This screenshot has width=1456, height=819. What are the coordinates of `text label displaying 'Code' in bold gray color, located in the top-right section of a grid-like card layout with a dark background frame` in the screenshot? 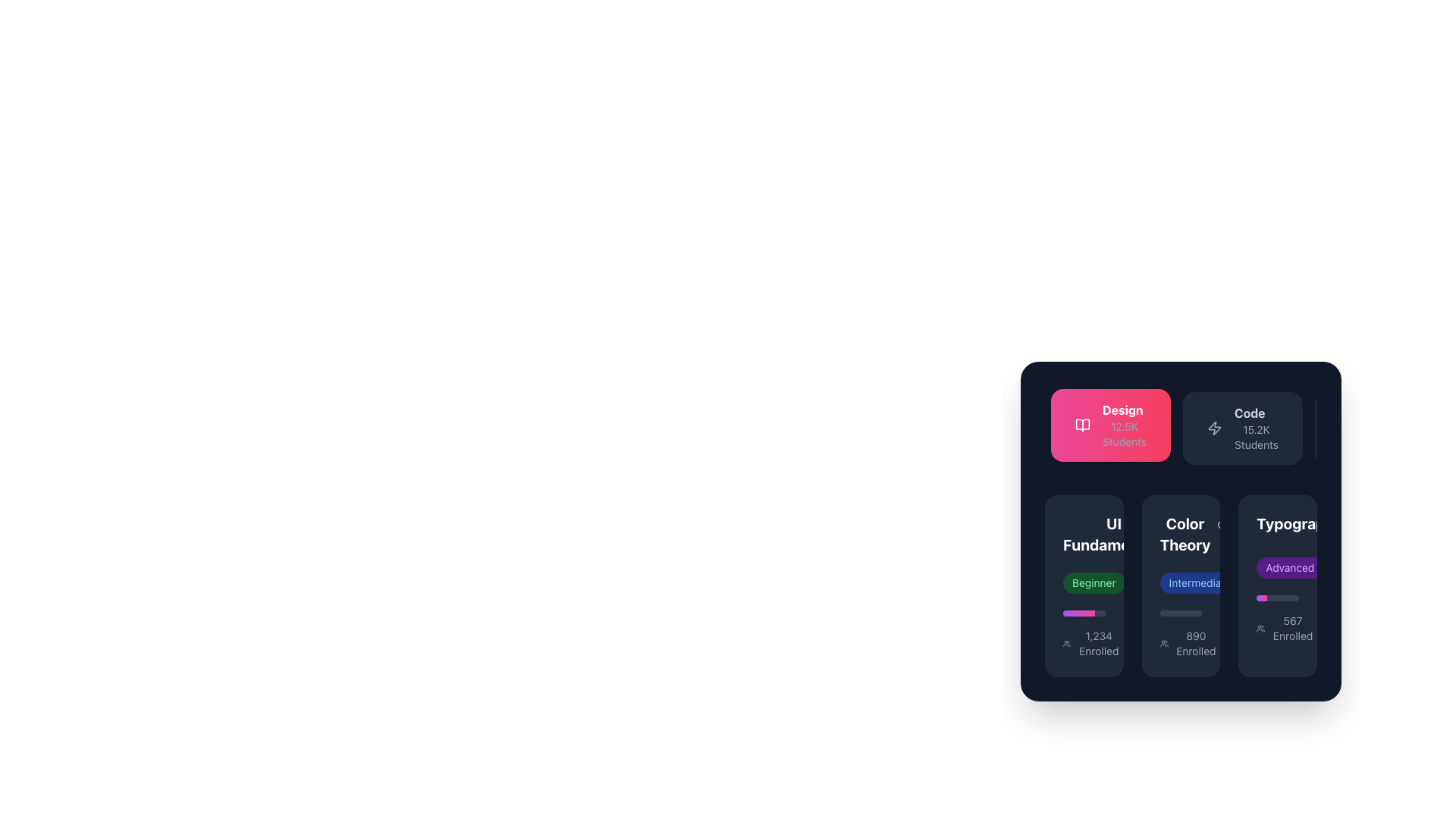 It's located at (1250, 413).